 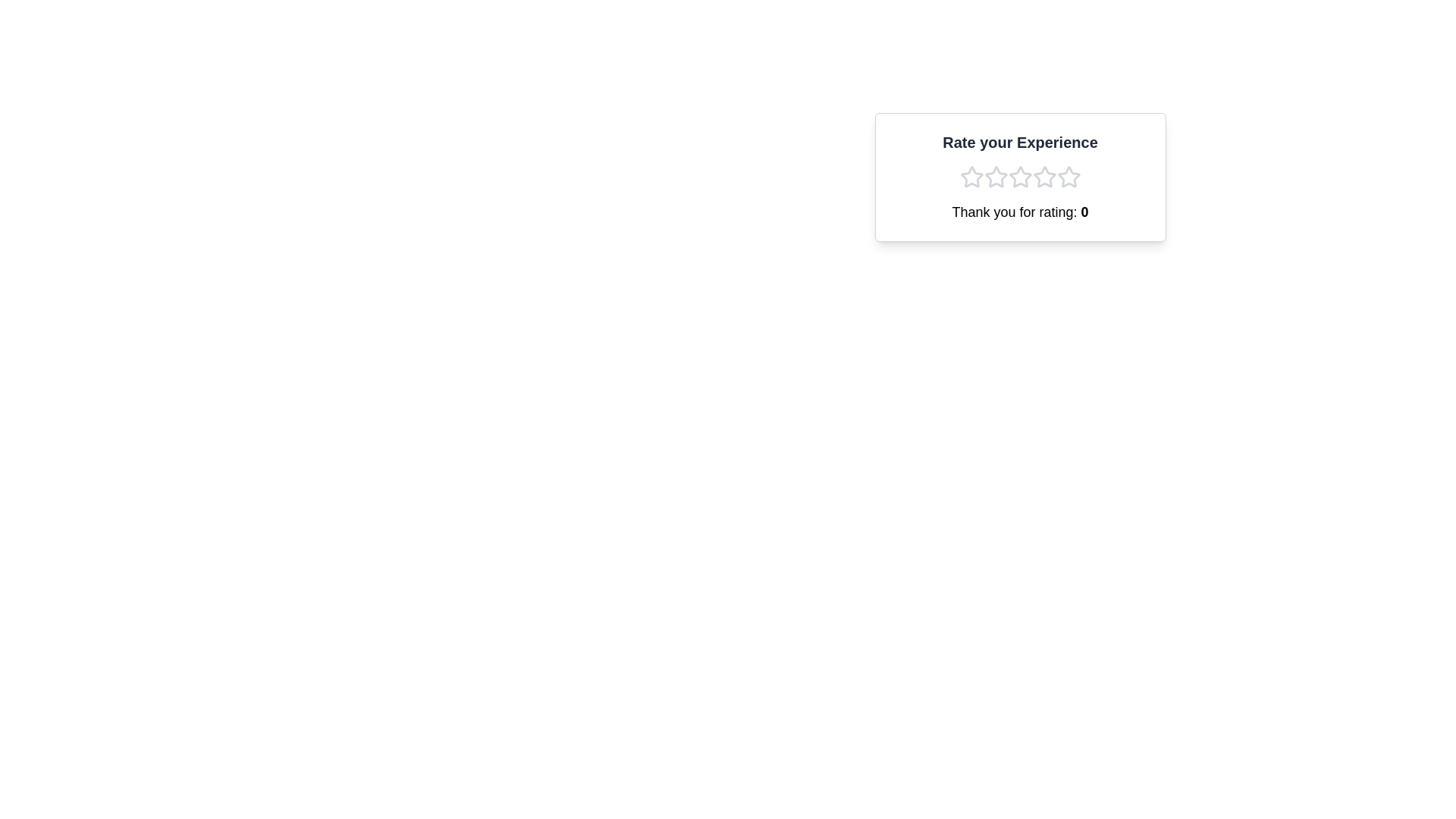 I want to click on the first star icon in the rating section to provide a rating score, indicating the lowest rating, so click(x=971, y=175).